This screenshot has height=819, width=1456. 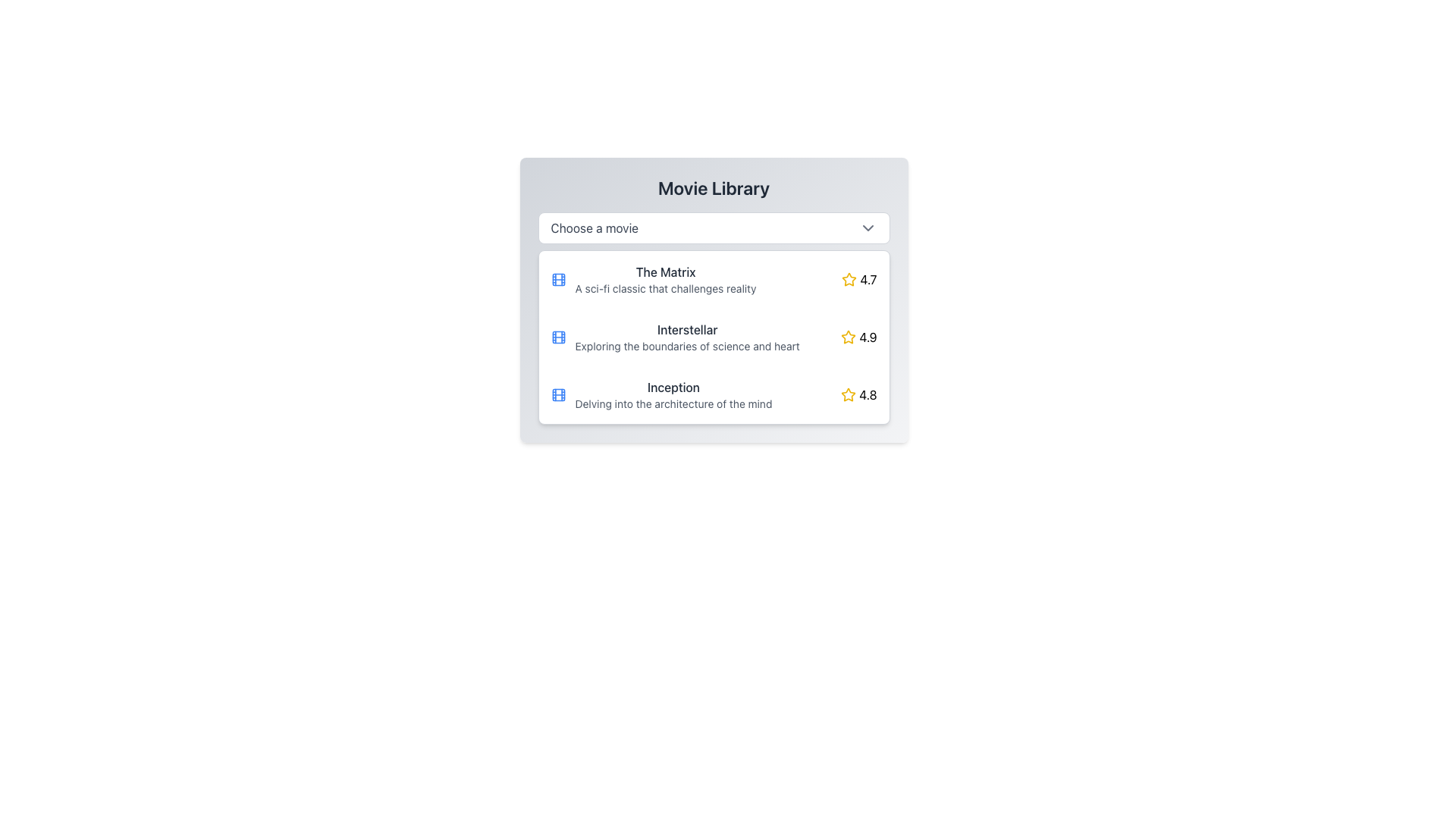 I want to click on the movie icon located to the left of the entry titled 'The Matrix - A sci-fi classic that challenges reality' in the 'Movie Library', so click(x=557, y=280).